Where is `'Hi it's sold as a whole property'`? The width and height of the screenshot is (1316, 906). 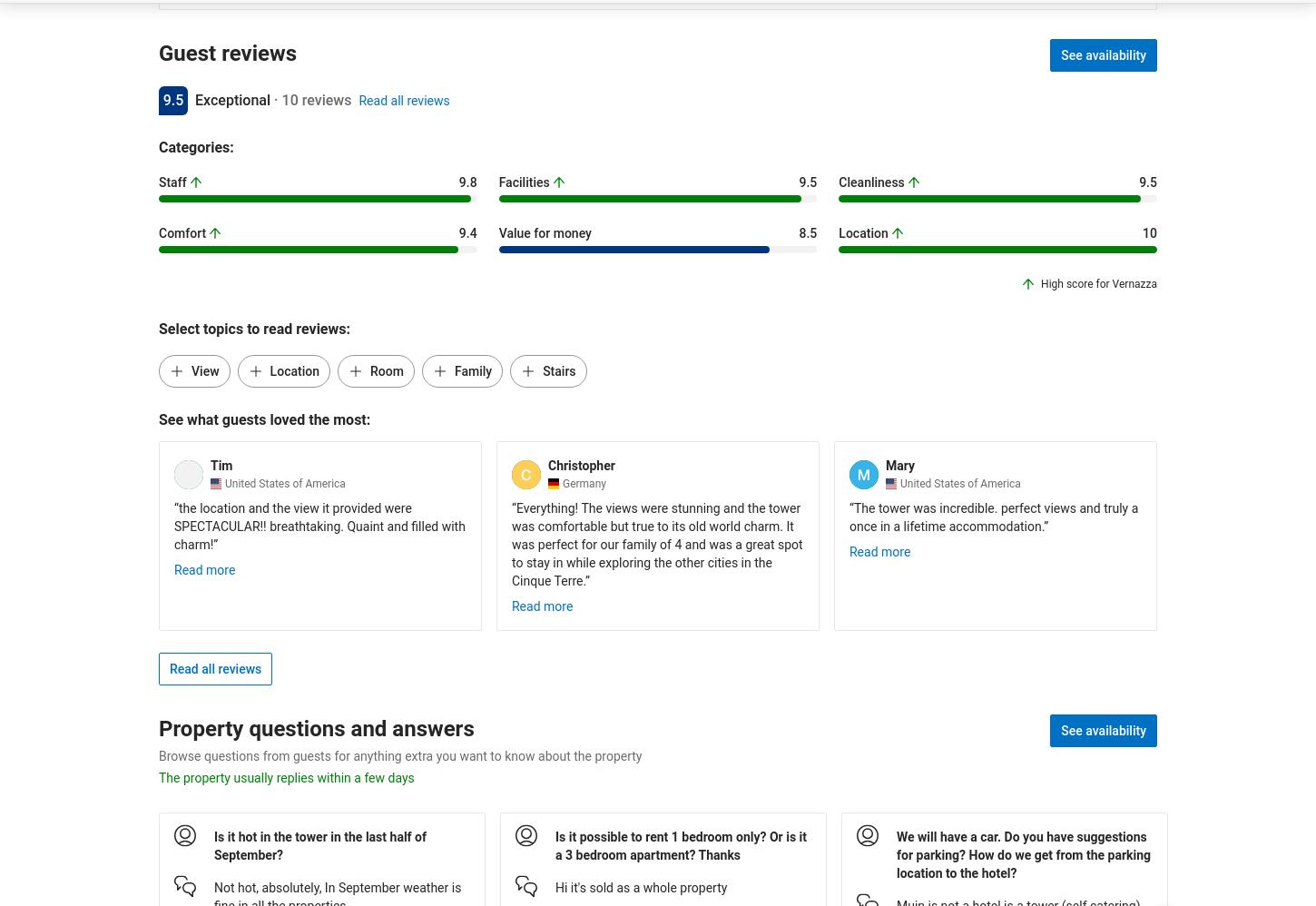 'Hi it's sold as a whole property' is located at coordinates (640, 887).